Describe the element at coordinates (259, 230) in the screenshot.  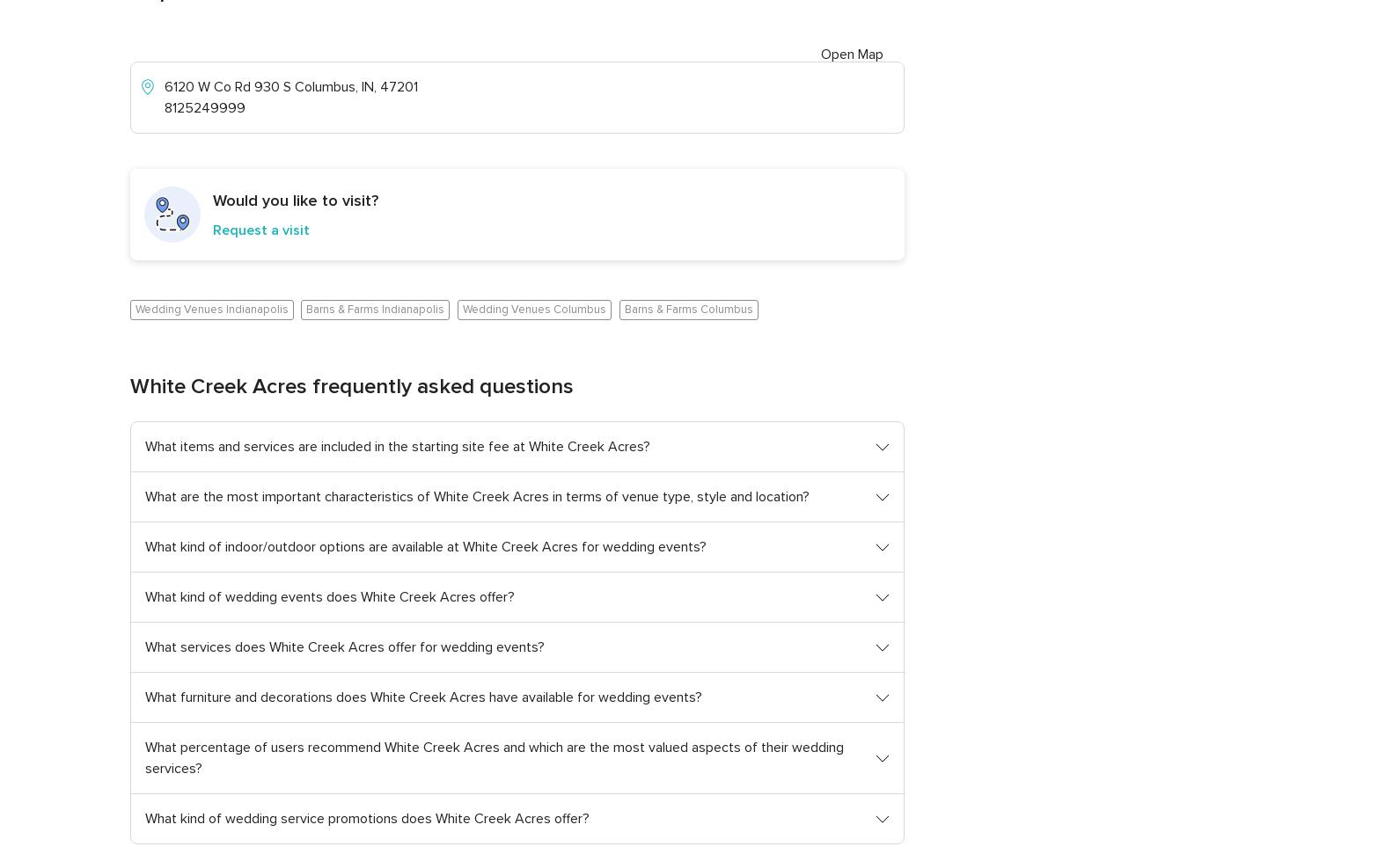
I see `'Request a visit'` at that location.